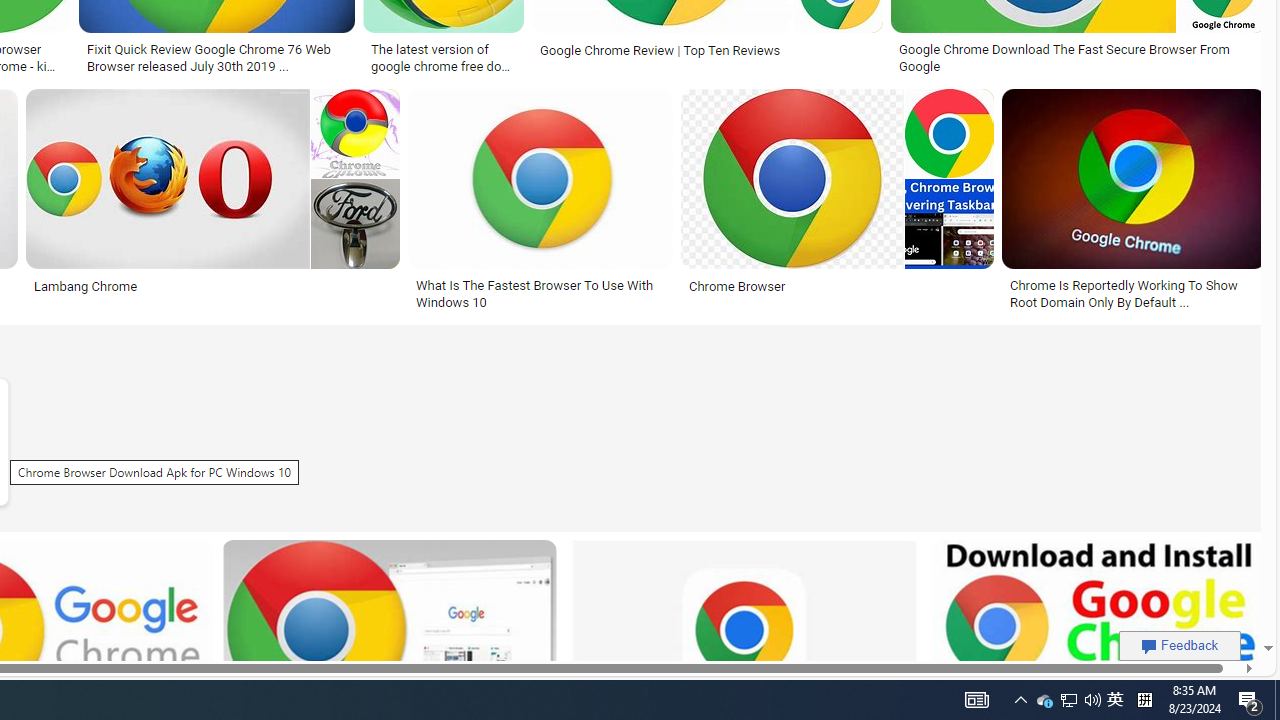 The width and height of the screenshot is (1280, 720). I want to click on 'Google Chrome Review | Top Ten Reviews', so click(707, 49).